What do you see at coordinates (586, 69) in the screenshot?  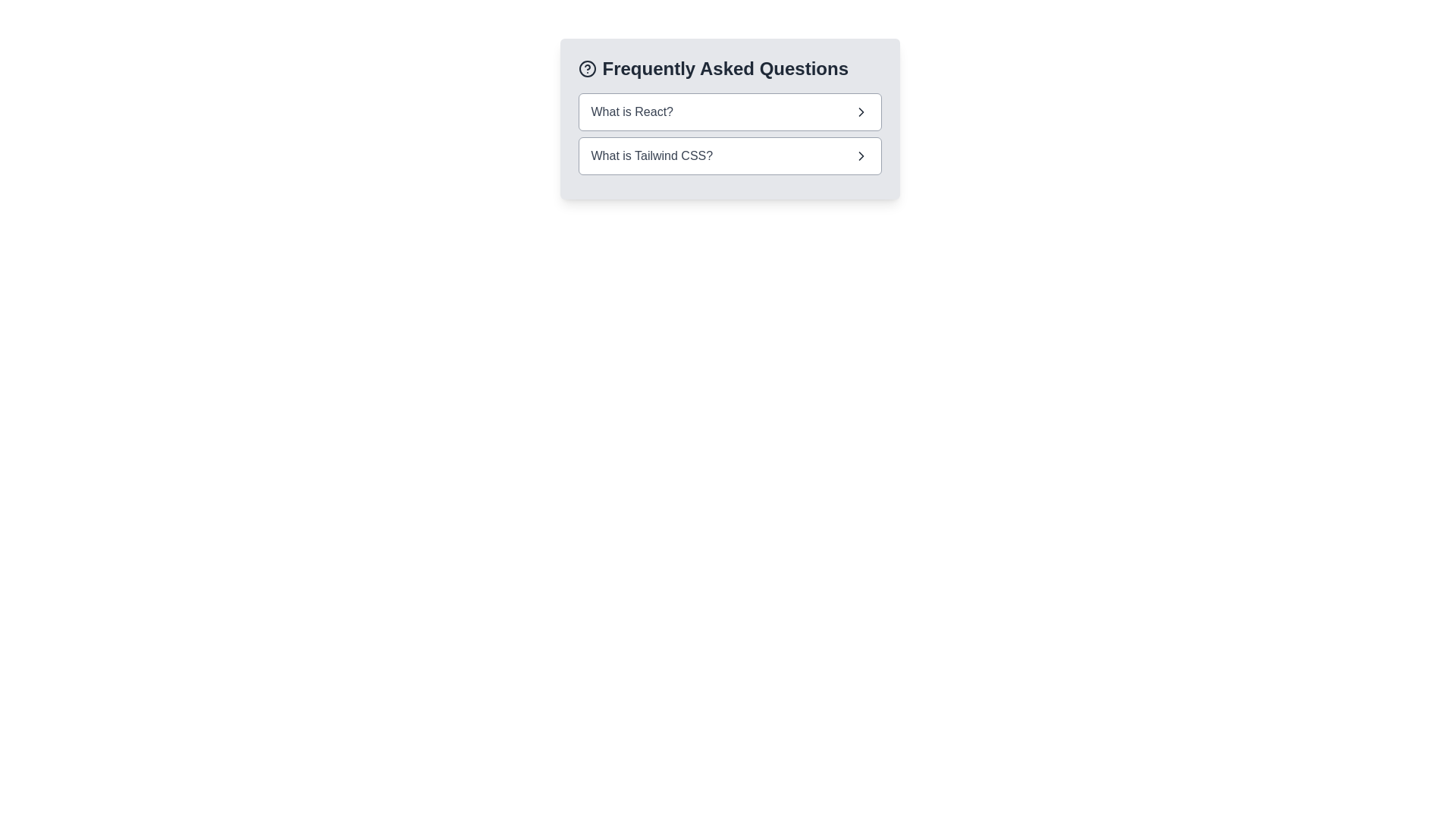 I see `the circular icon with a question mark in its center, located in the header labeled 'Frequently Asked Questions'` at bounding box center [586, 69].